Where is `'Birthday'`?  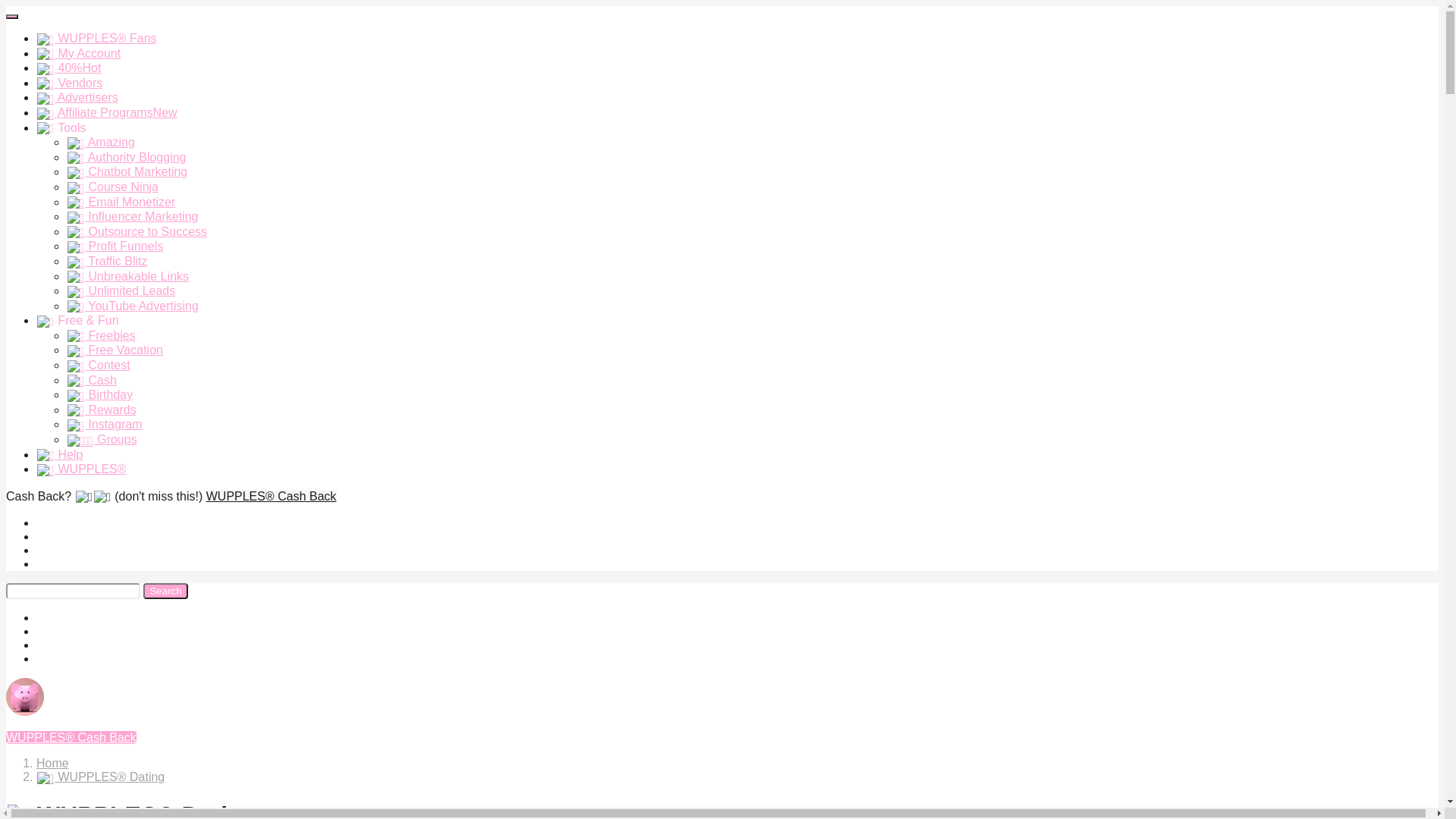 'Birthday' is located at coordinates (99, 394).